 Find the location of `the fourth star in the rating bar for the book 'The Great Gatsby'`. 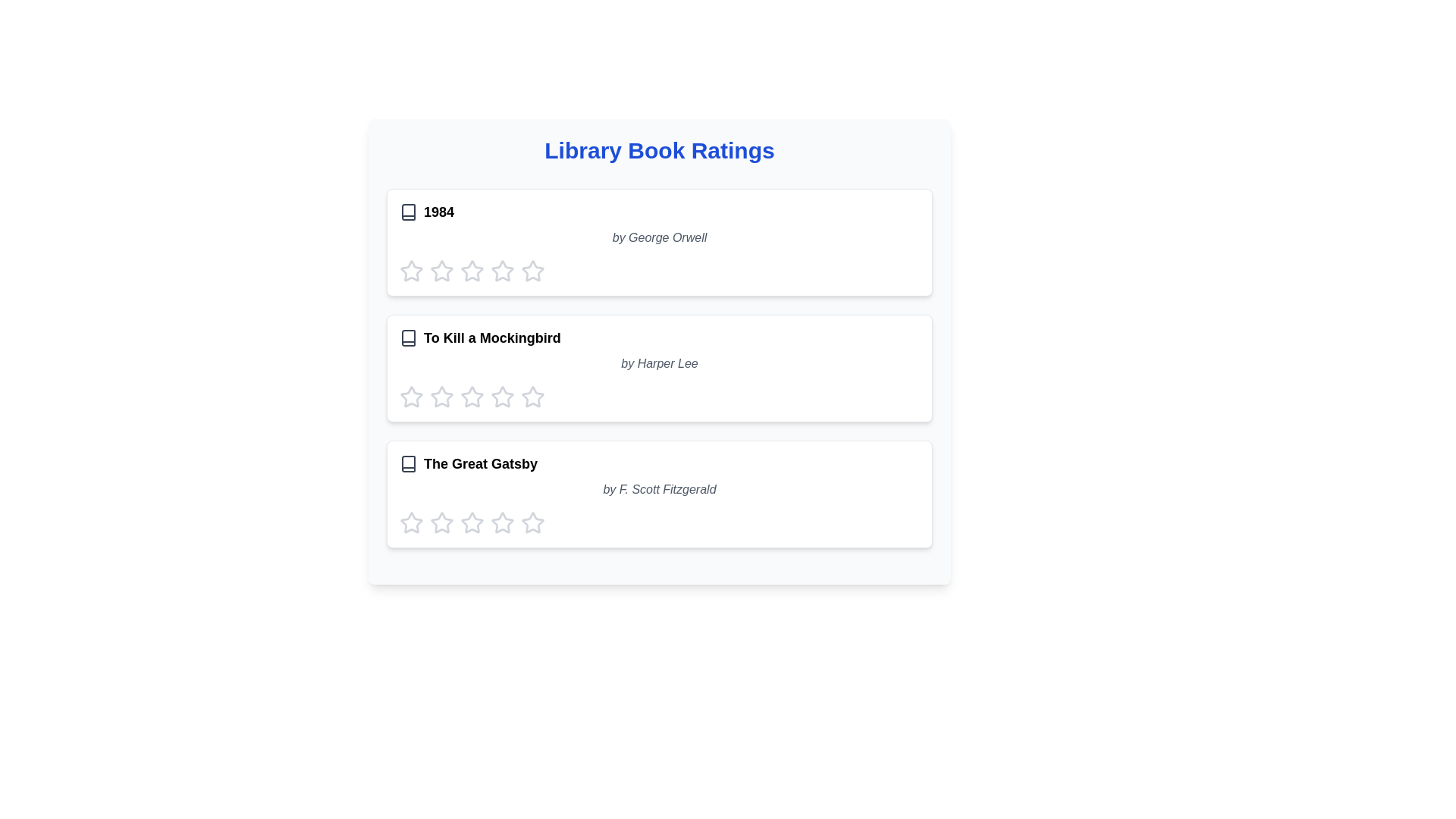

the fourth star in the rating bar for the book 'The Great Gatsby' is located at coordinates (472, 522).